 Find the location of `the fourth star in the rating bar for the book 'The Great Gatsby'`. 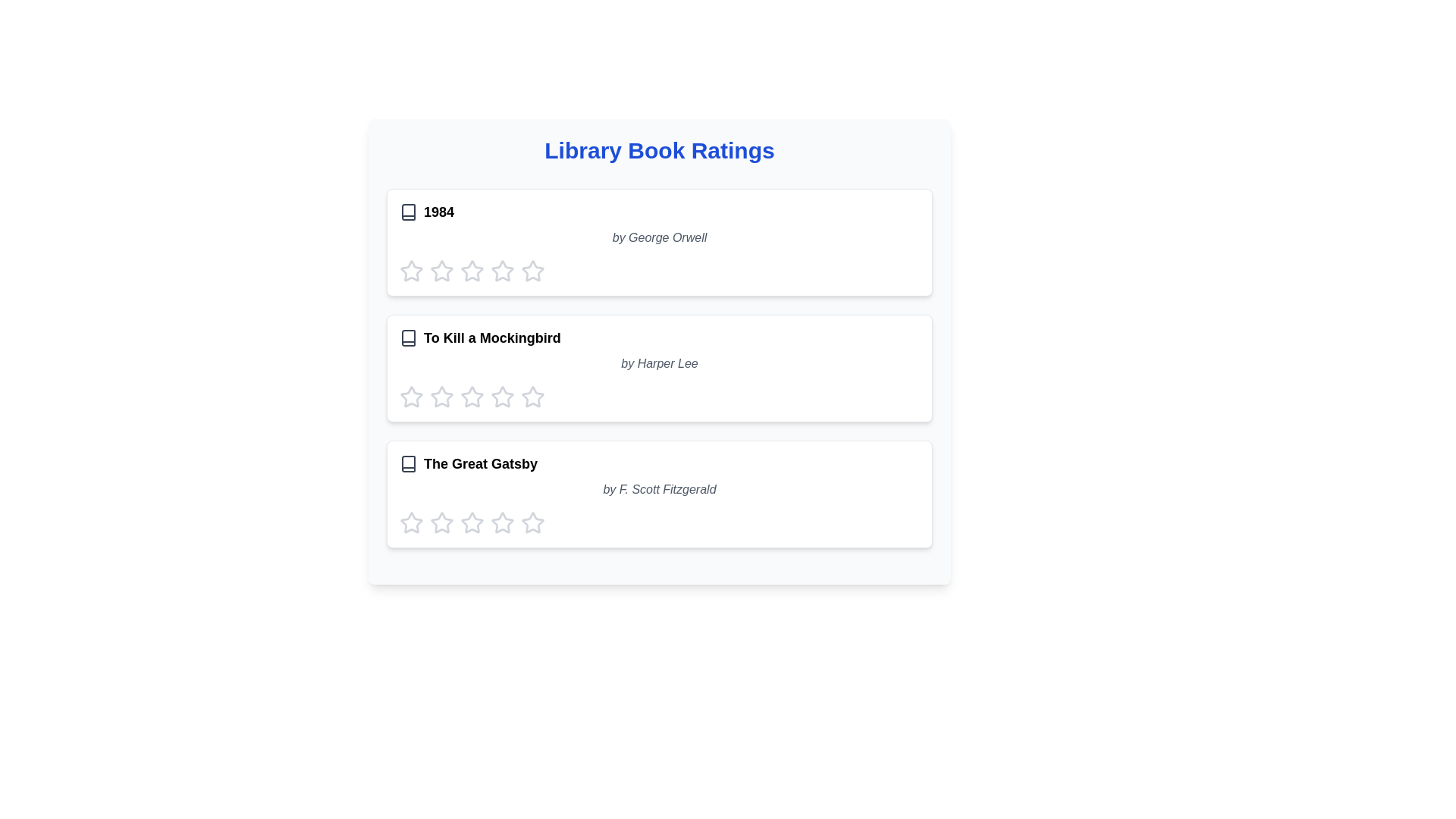

the fourth star in the rating bar for the book 'The Great Gatsby' is located at coordinates (472, 522).